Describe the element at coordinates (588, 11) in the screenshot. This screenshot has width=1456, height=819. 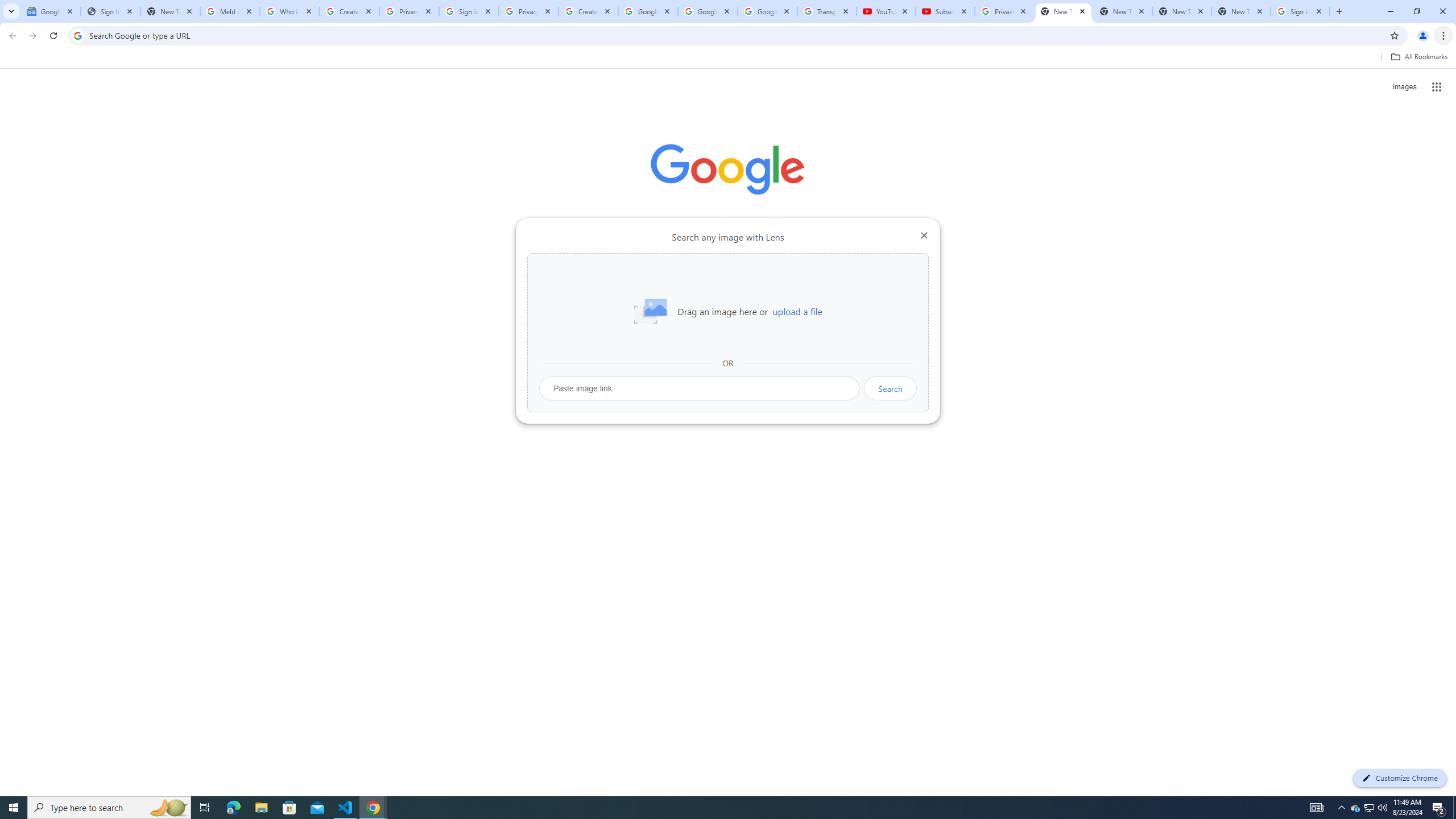
I see `'Create your Google Account'` at that location.